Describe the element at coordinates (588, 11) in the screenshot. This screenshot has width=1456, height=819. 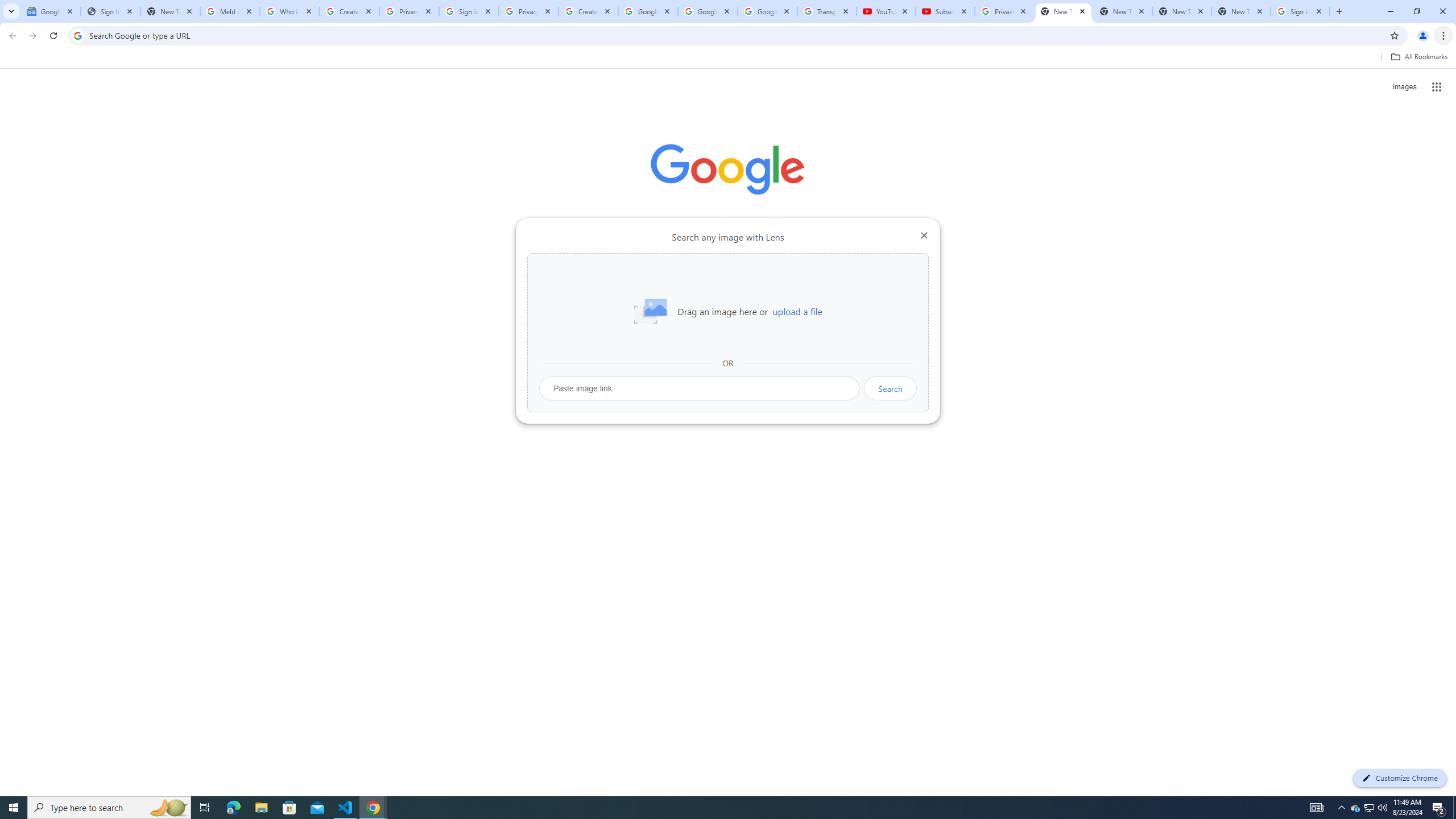
I see `'Create your Google Account'` at that location.